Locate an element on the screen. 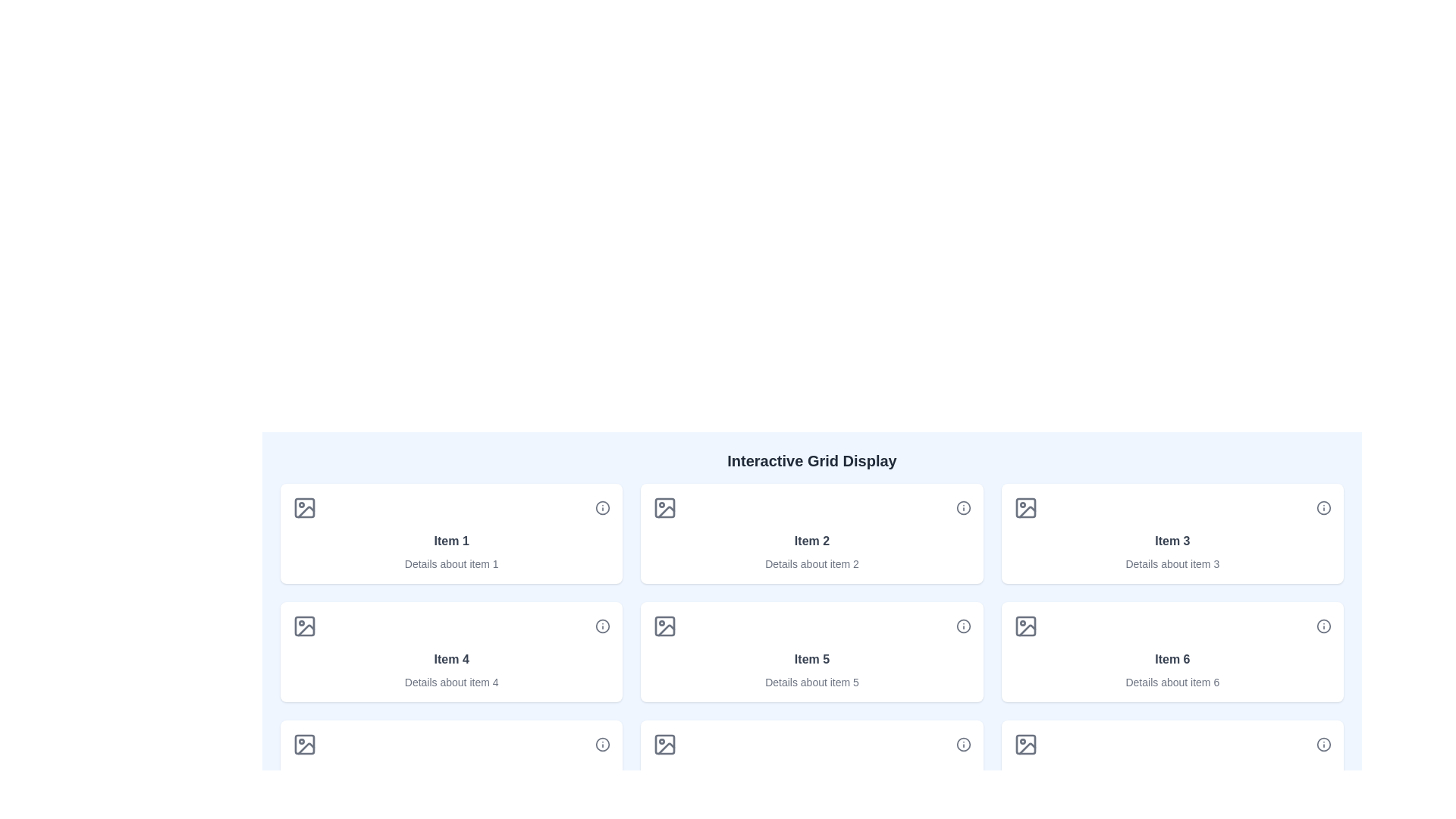 Image resolution: width=1456 pixels, height=819 pixels. the circular 'information' icon button located to the right of the 'Item 6' card in the grid layout is located at coordinates (1323, 626).